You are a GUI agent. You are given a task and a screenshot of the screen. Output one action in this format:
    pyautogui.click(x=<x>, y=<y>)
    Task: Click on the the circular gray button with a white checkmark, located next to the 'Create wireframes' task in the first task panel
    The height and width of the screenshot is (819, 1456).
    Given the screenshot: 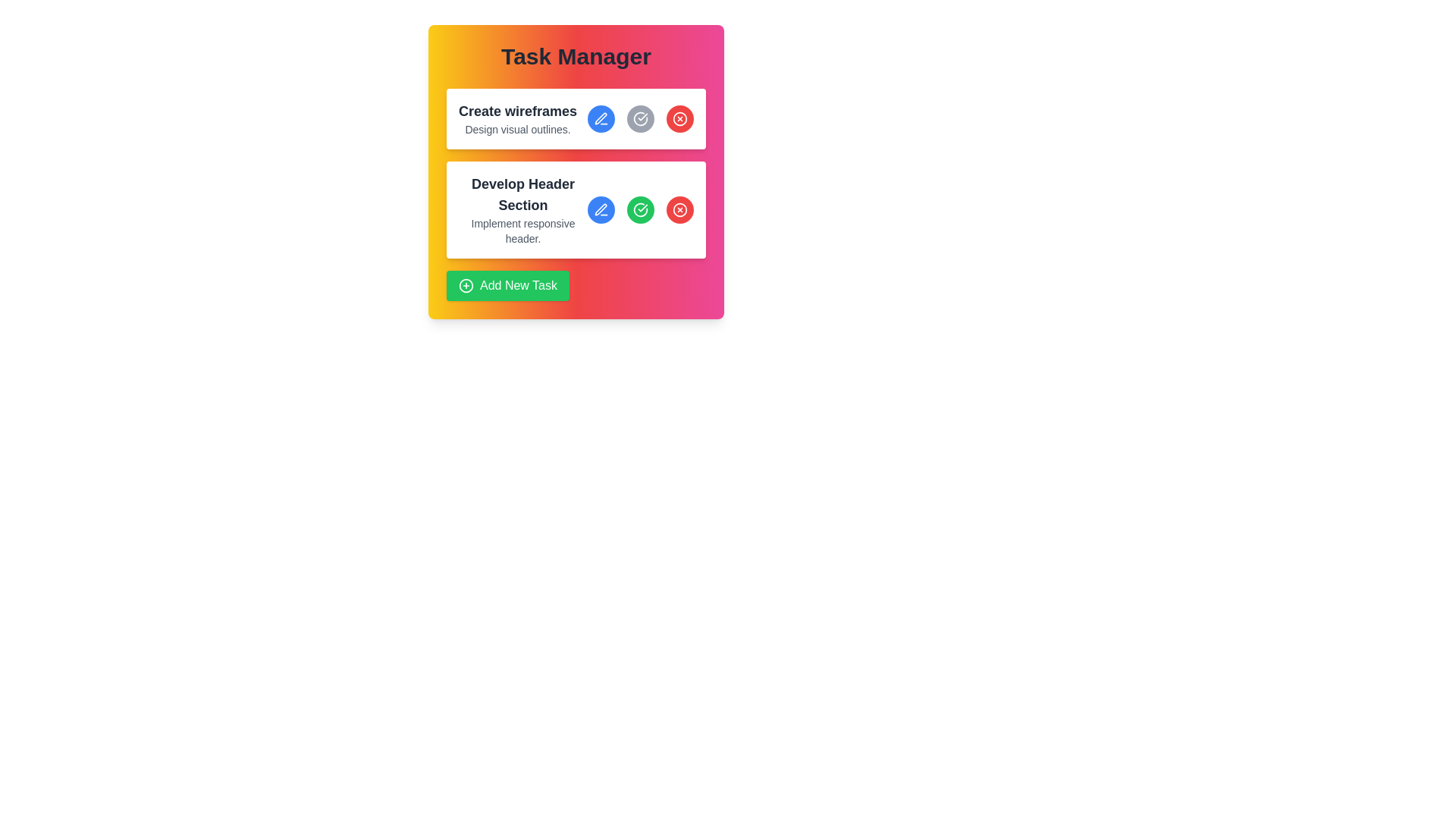 What is the action you would take?
    pyautogui.click(x=640, y=118)
    